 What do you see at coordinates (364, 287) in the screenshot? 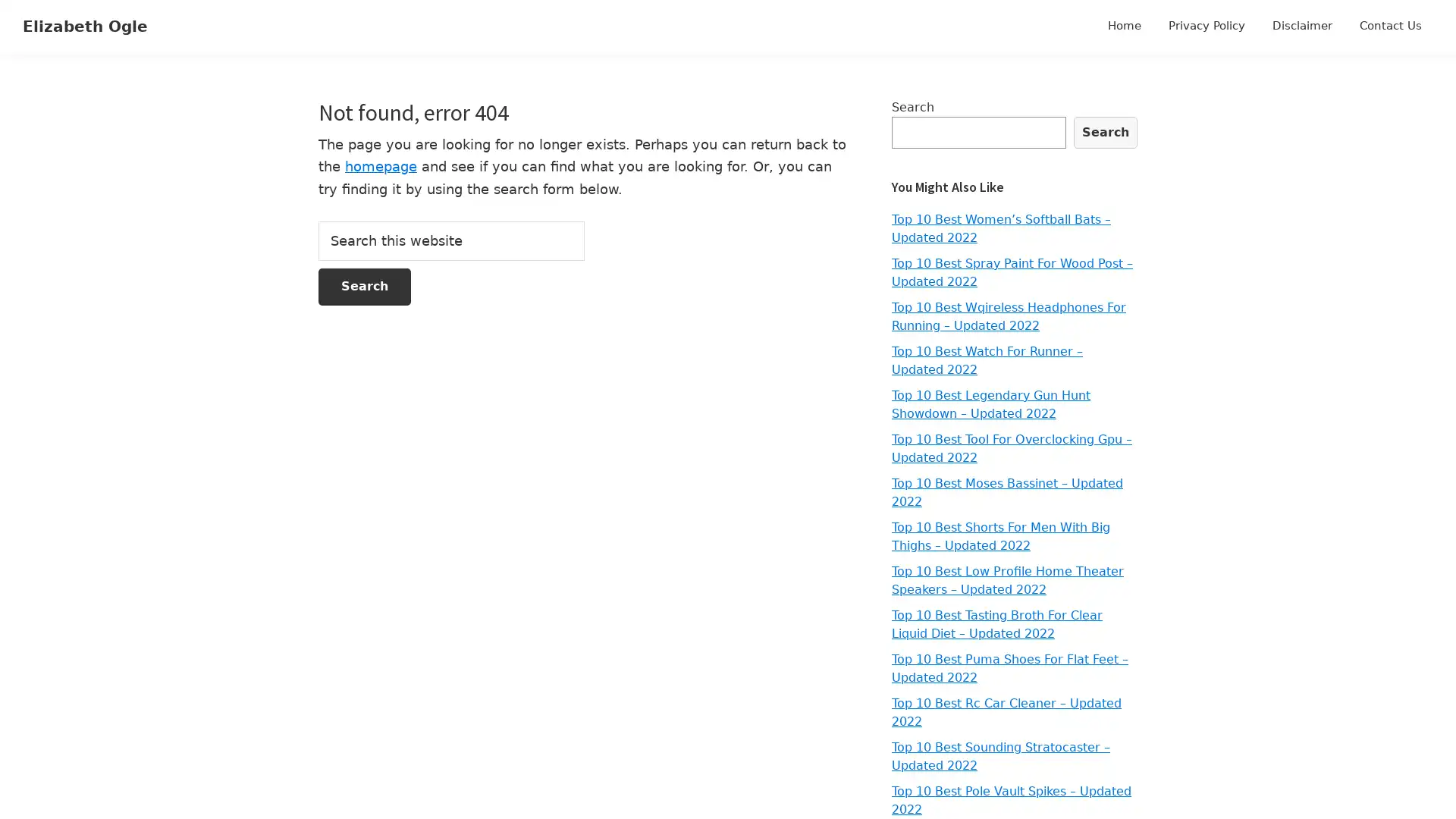
I see `Search` at bounding box center [364, 287].